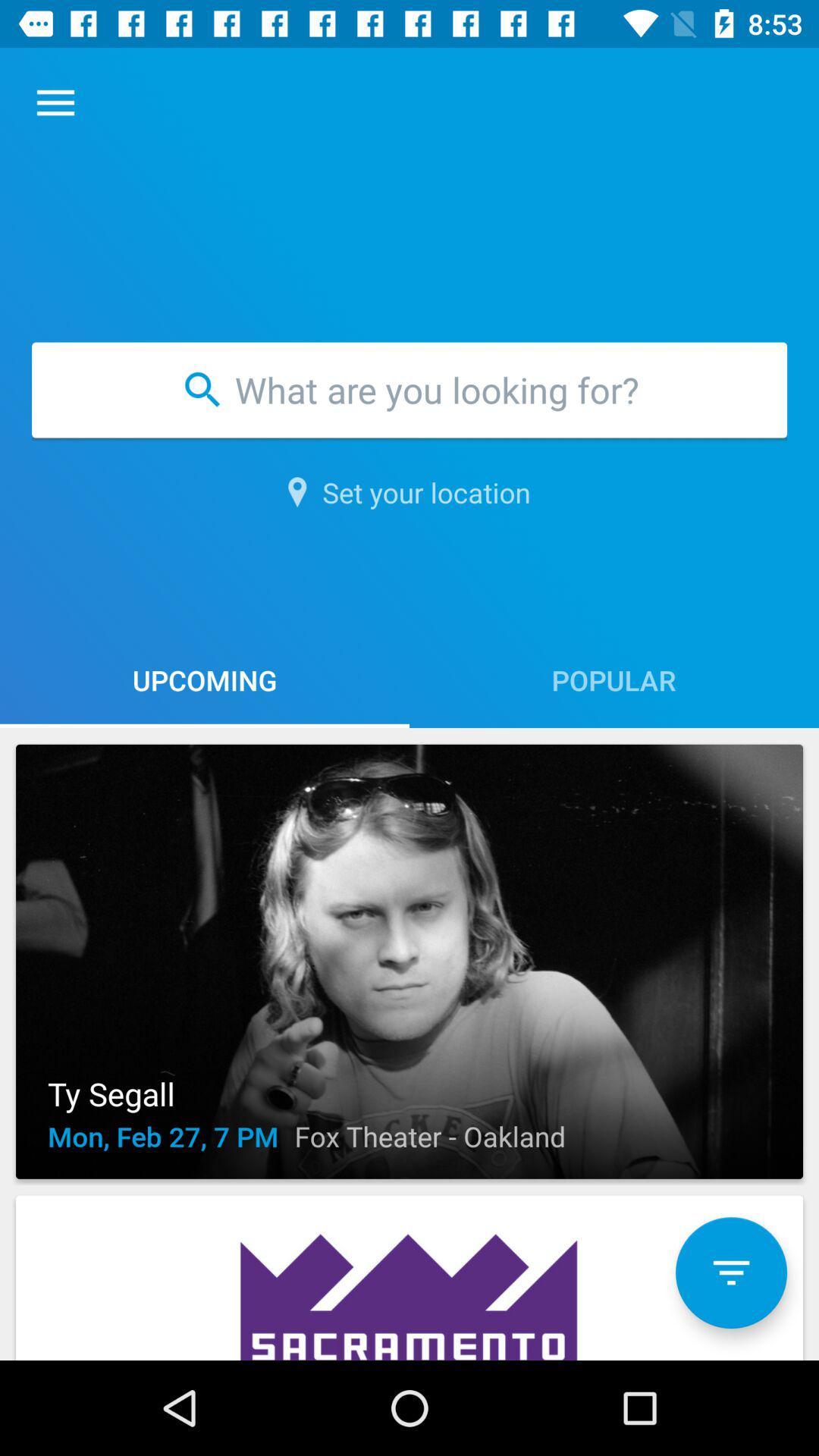  I want to click on icon at the bottom right corner, so click(730, 1272).